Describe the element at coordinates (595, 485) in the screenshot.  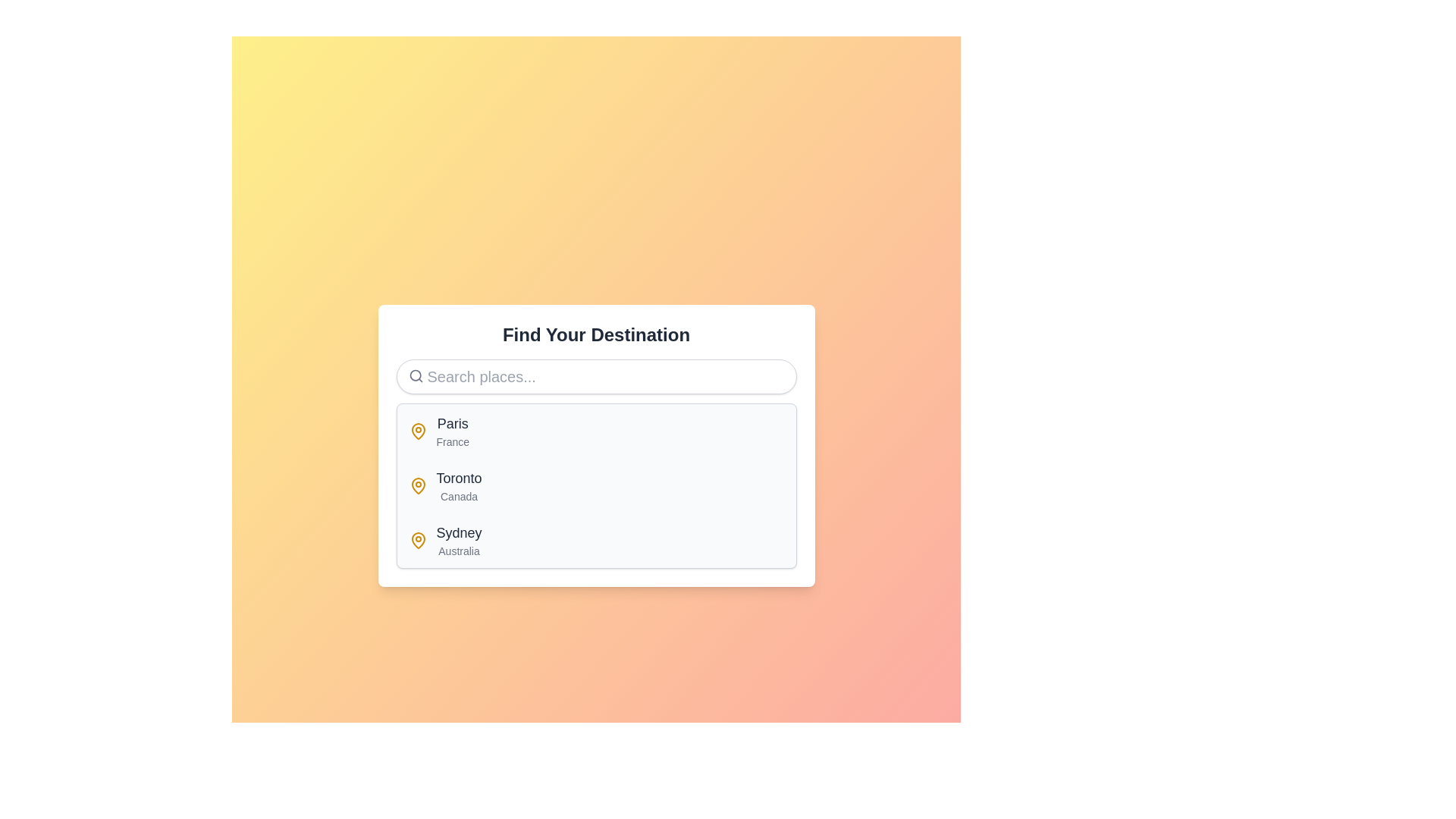
I see `the second list item, which contains the location 'Toronto, Canada', for rearranging it within the vertical list of locations` at that location.